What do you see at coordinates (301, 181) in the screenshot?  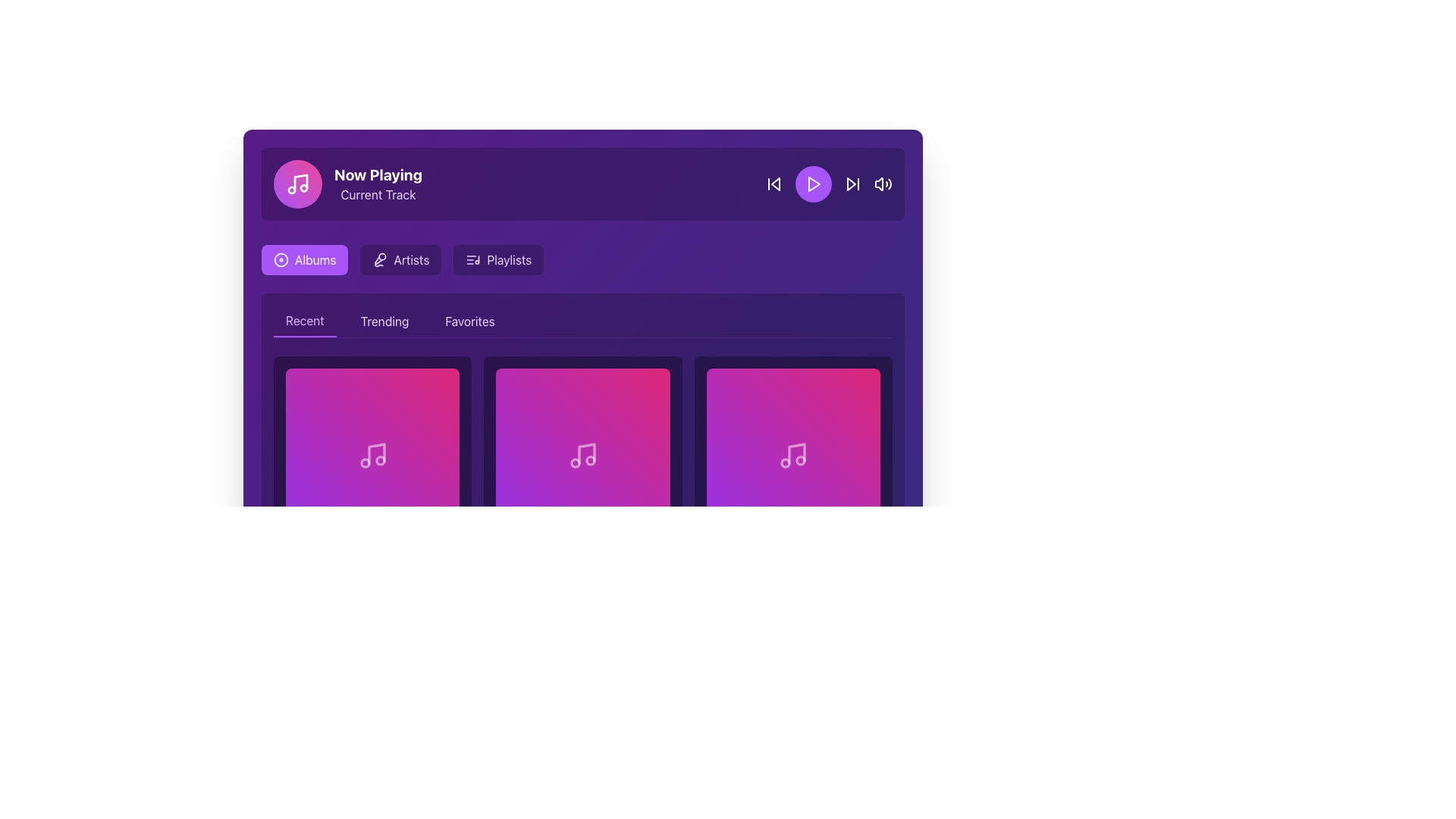 I see `the Decorative Icon Component located in the 'Now Playing' header section, adjacent to the text label 'Now Playing' and 'Current Track', which is embedded in the music note icon` at bounding box center [301, 181].